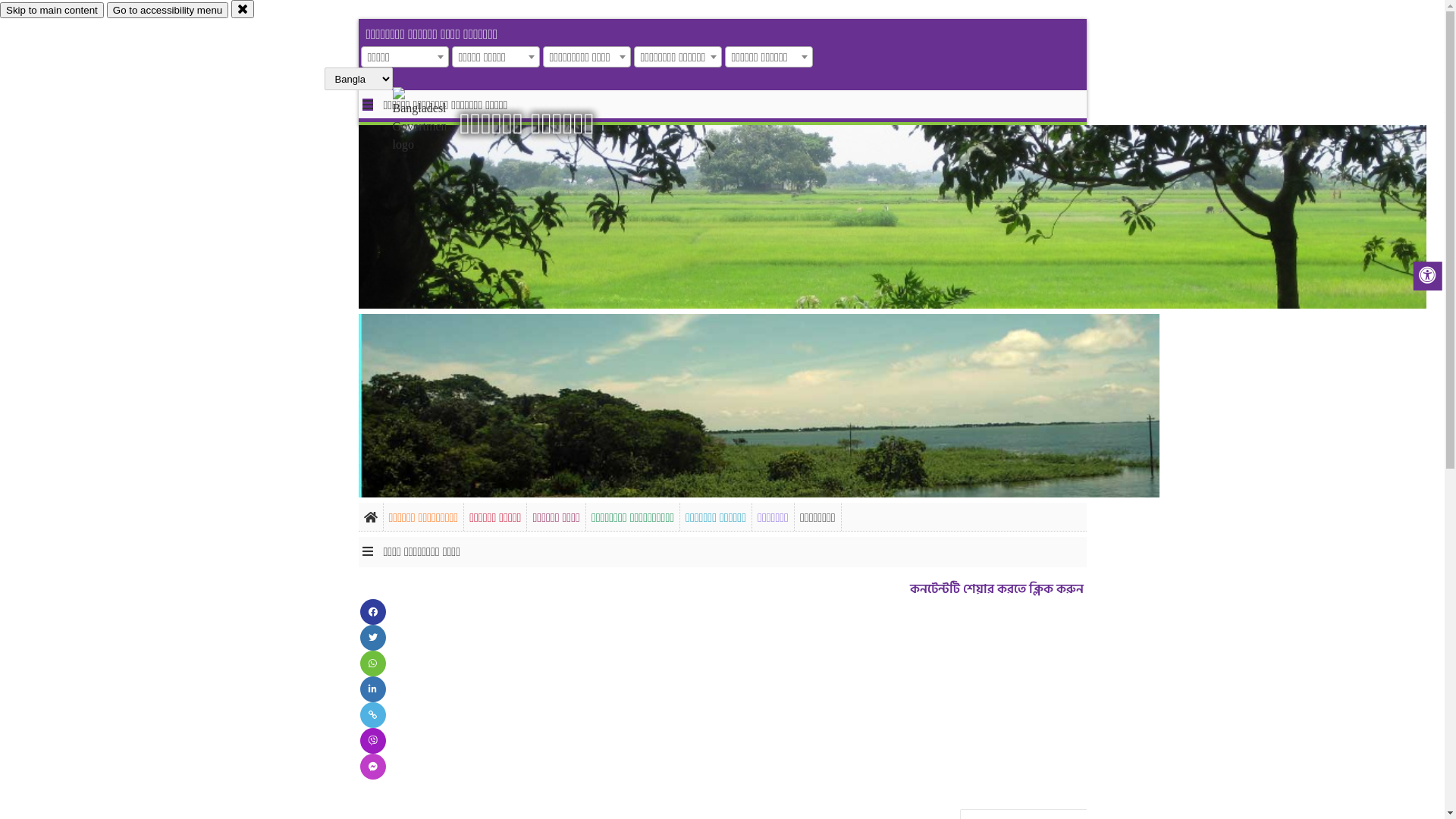 The width and height of the screenshot is (1456, 819). Describe the element at coordinates (105, 10) in the screenshot. I see `'Go to accessibility menu'` at that location.